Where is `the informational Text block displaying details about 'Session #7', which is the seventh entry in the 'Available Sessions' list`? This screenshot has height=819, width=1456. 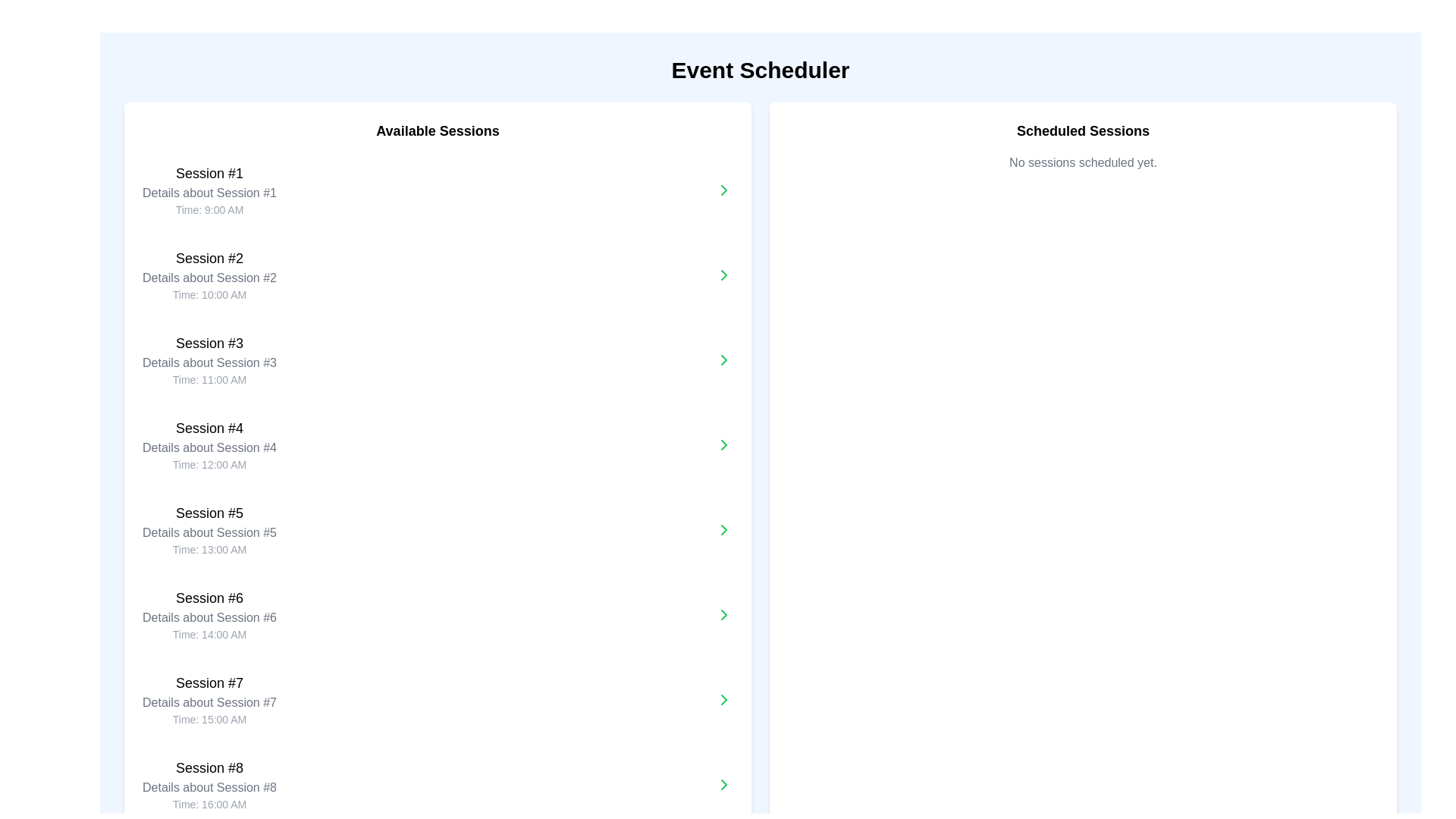 the informational Text block displaying details about 'Session #7', which is the seventh entry in the 'Available Sessions' list is located at coordinates (209, 699).